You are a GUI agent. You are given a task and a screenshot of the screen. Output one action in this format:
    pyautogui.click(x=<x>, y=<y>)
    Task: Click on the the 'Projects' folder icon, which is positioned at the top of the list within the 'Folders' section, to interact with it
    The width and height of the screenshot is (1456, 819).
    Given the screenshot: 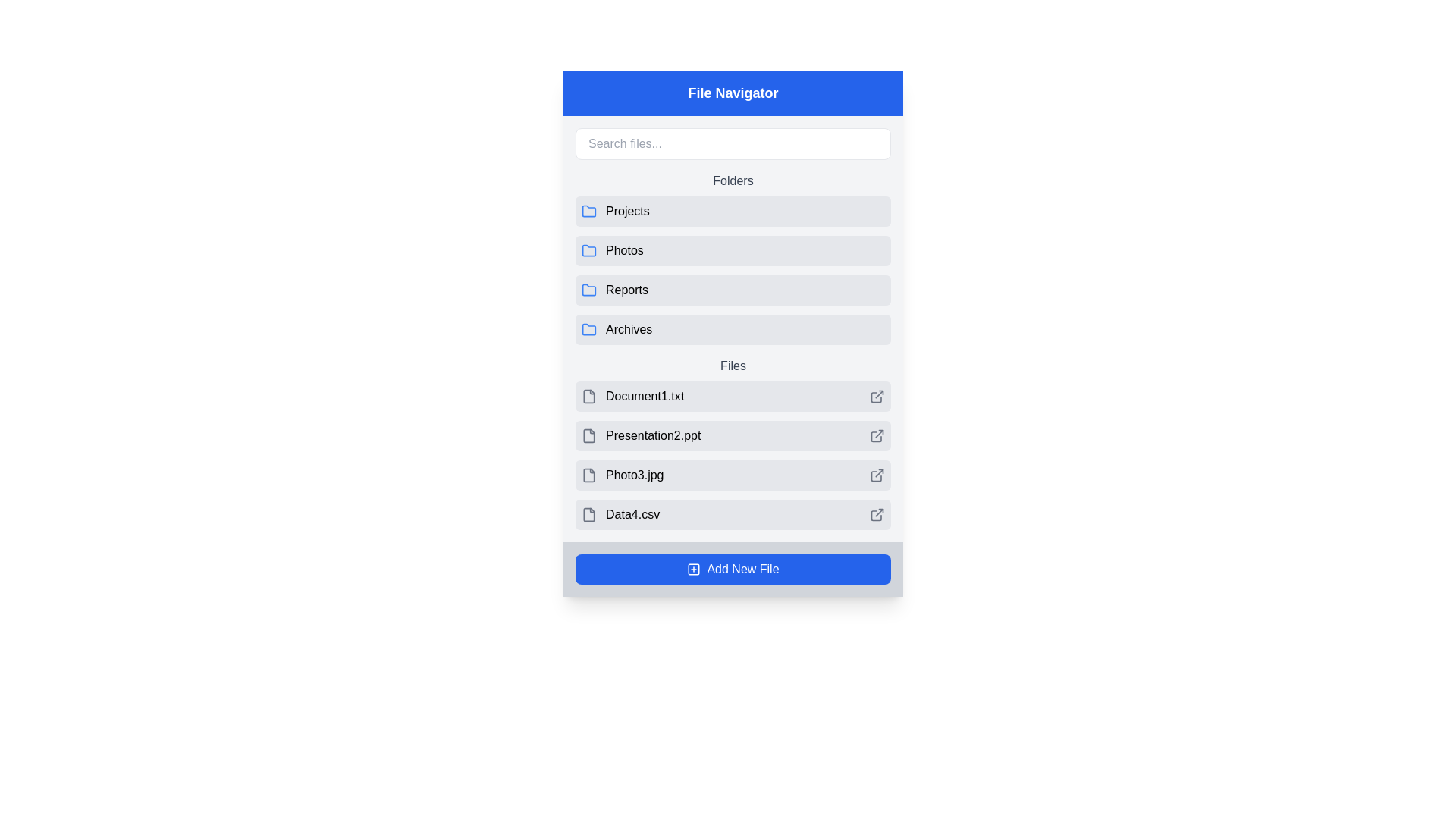 What is the action you would take?
    pyautogui.click(x=588, y=211)
    